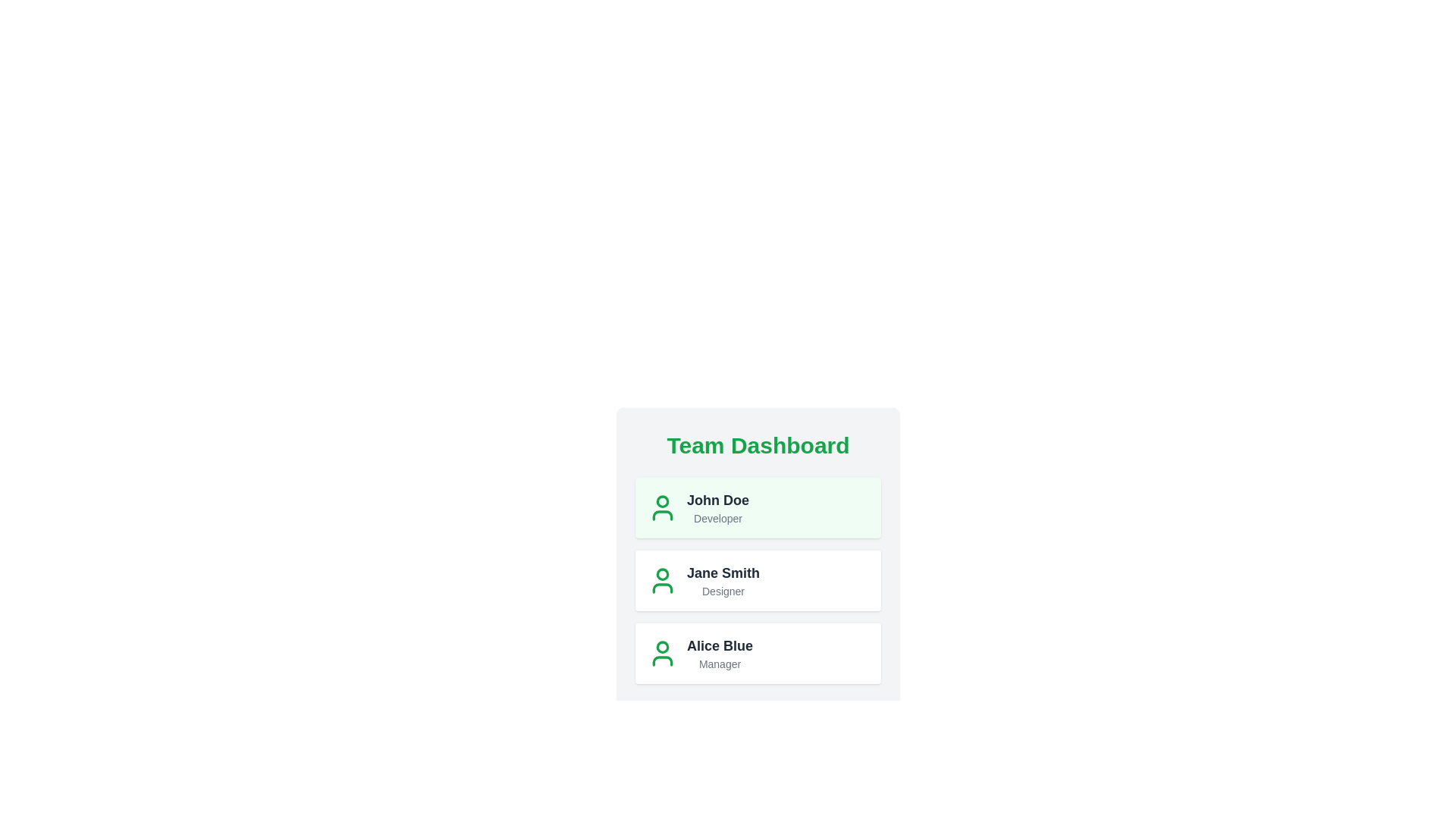  Describe the element at coordinates (662, 500) in the screenshot. I see `the small circular SVG element with a green border representing the head area of the user icon for 'John Doe' in the 'Team Dashboard' interface` at that location.